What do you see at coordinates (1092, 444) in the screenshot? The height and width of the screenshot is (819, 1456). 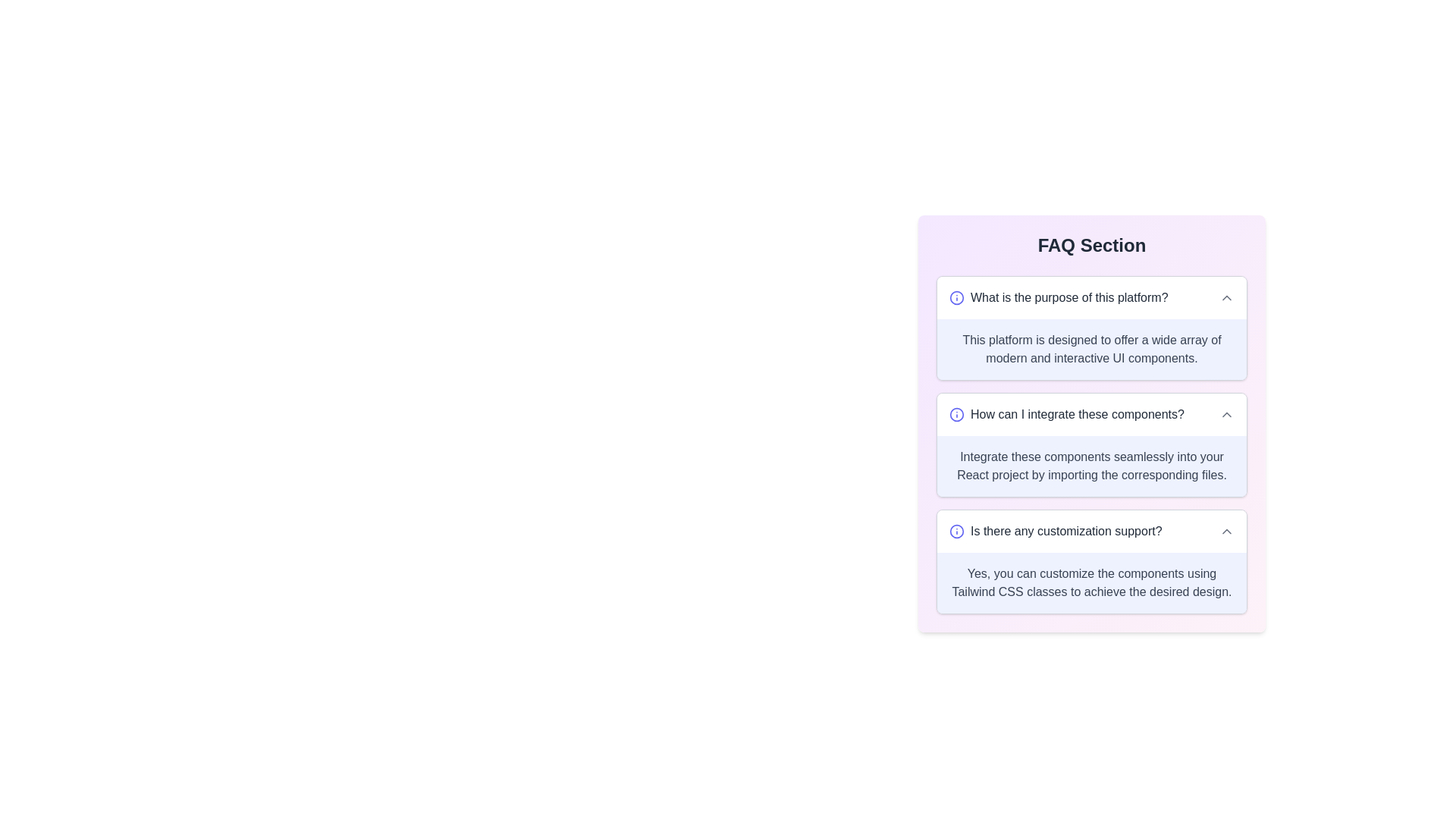 I see `the question within the Interactive FAQ item group` at bounding box center [1092, 444].